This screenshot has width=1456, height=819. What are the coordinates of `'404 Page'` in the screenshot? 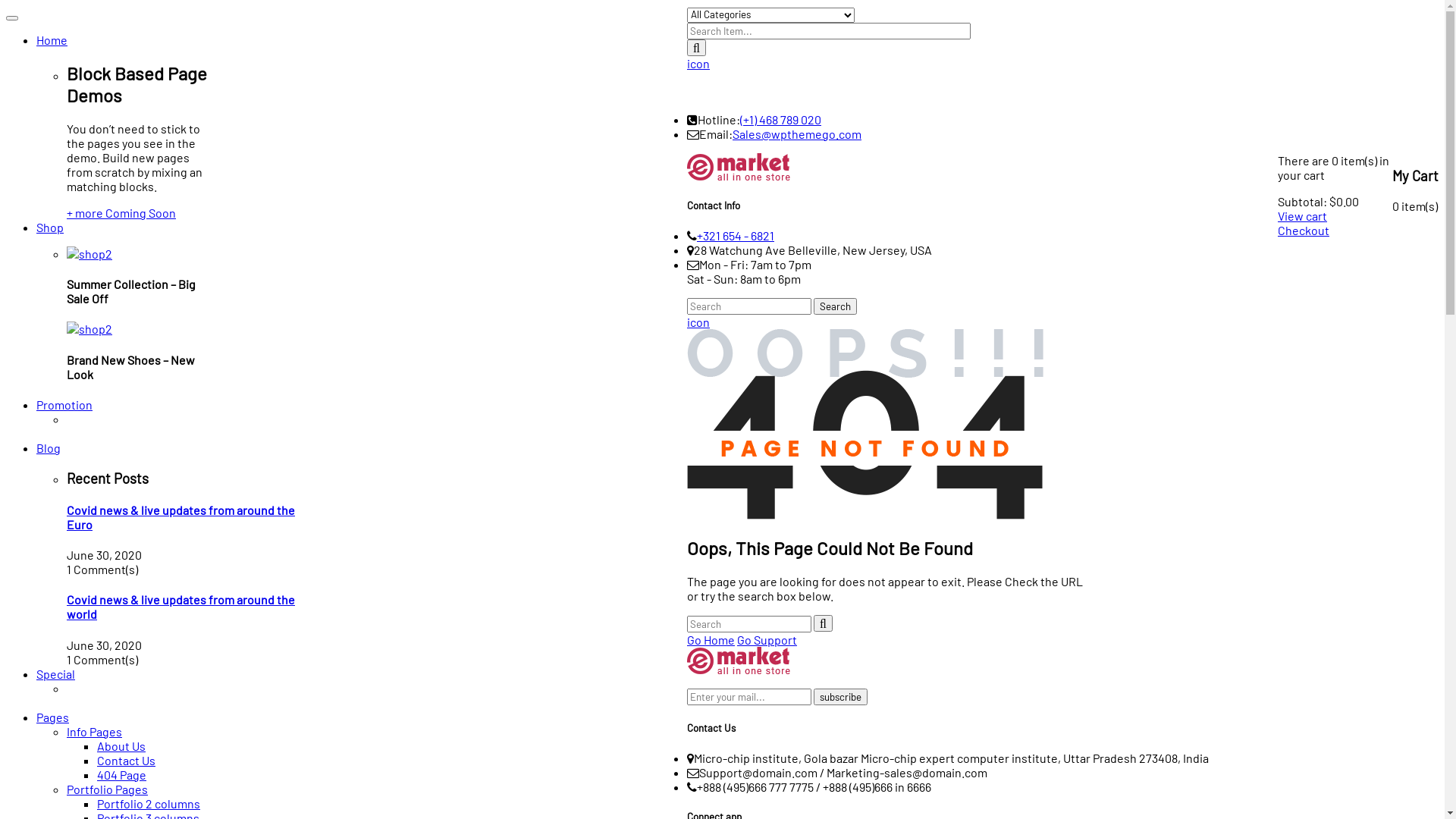 It's located at (121, 774).